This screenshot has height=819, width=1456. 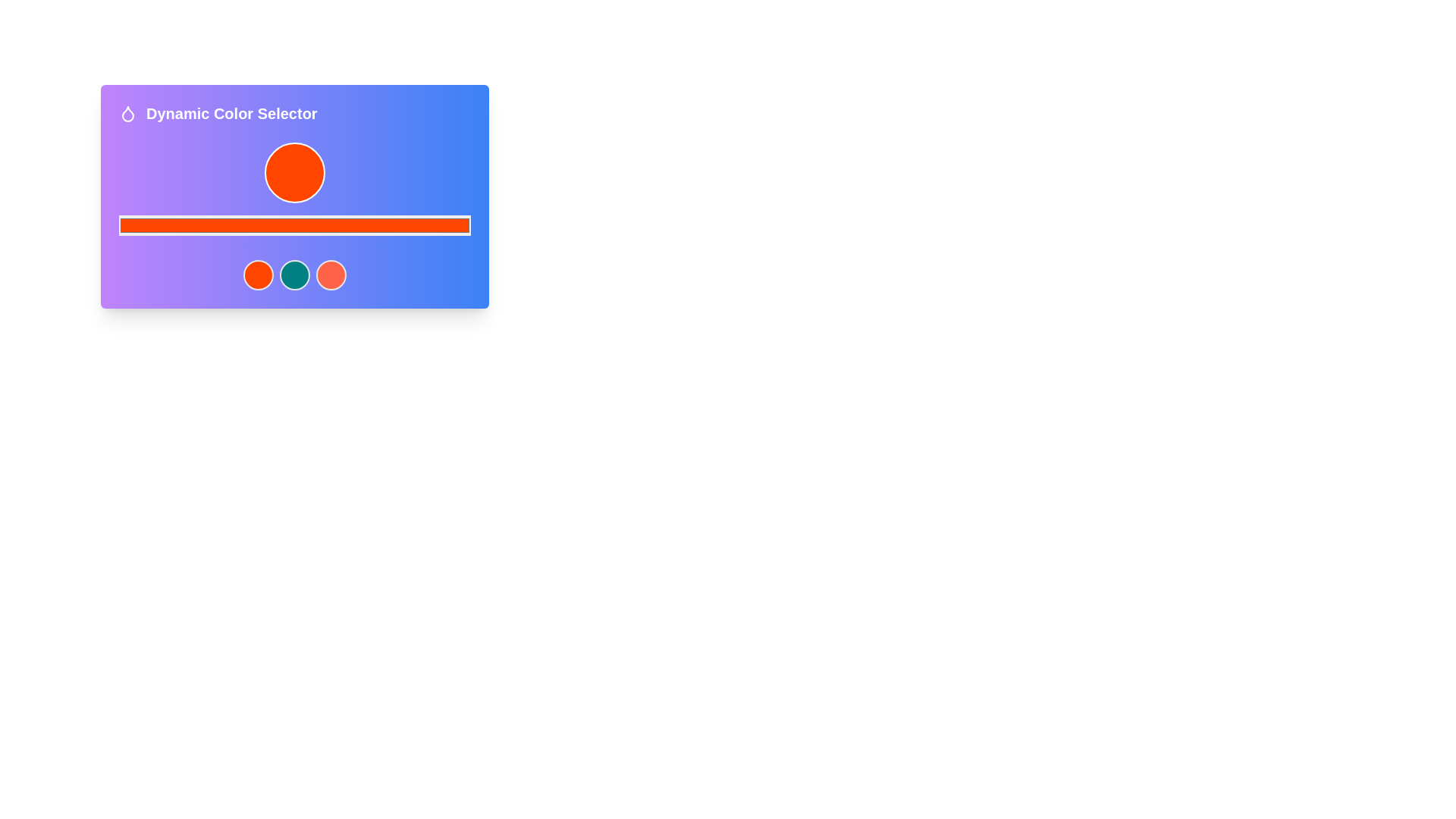 I want to click on the decorative visual representing the selected color in the color picker interface, which is centrally placed near the top of the area, above a rectangular bar and a row of three smaller circular buttons, so click(x=294, y=171).